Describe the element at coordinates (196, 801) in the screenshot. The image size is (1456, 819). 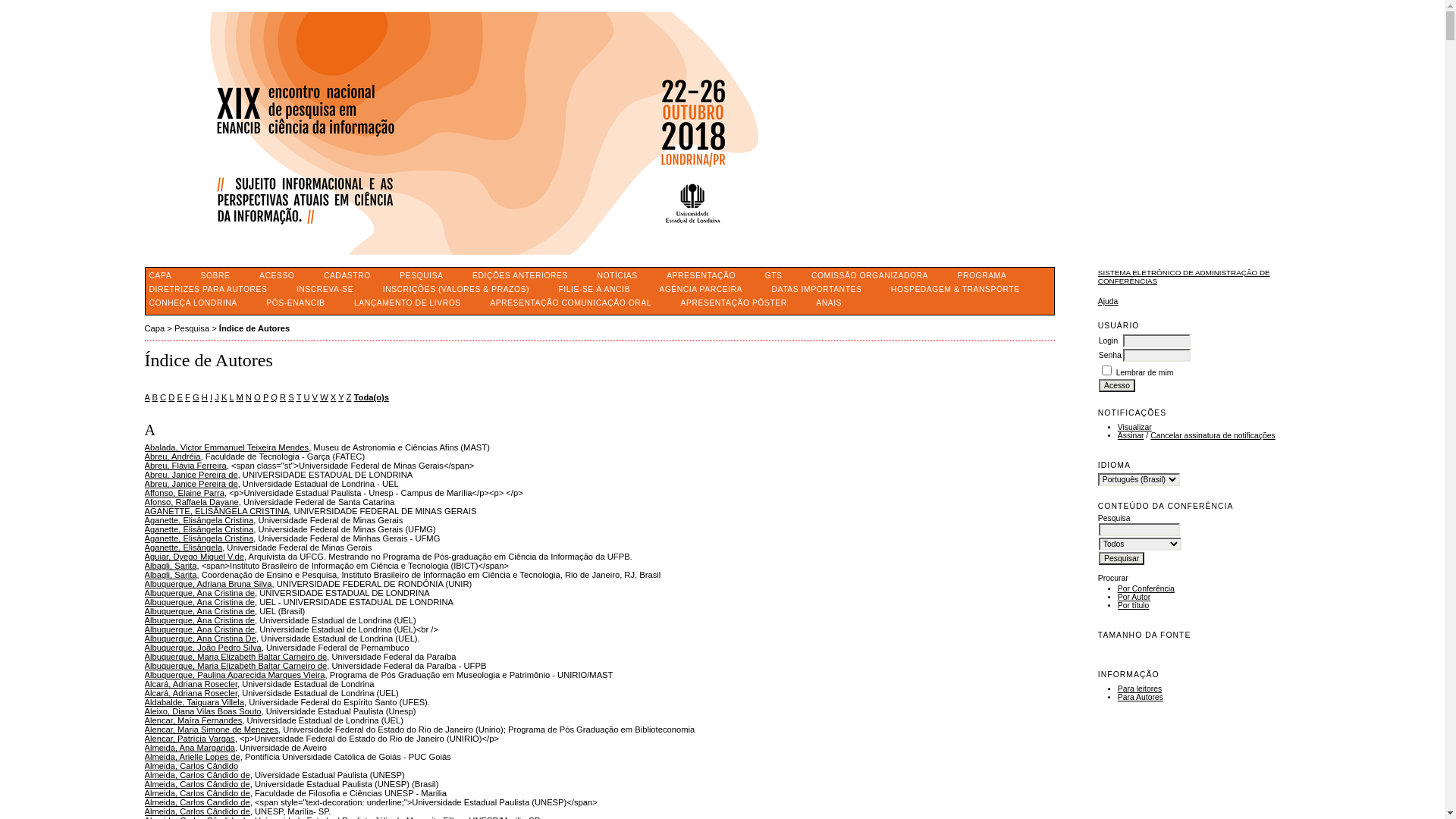
I see `'Almeida, Carlos Candido de'` at that location.